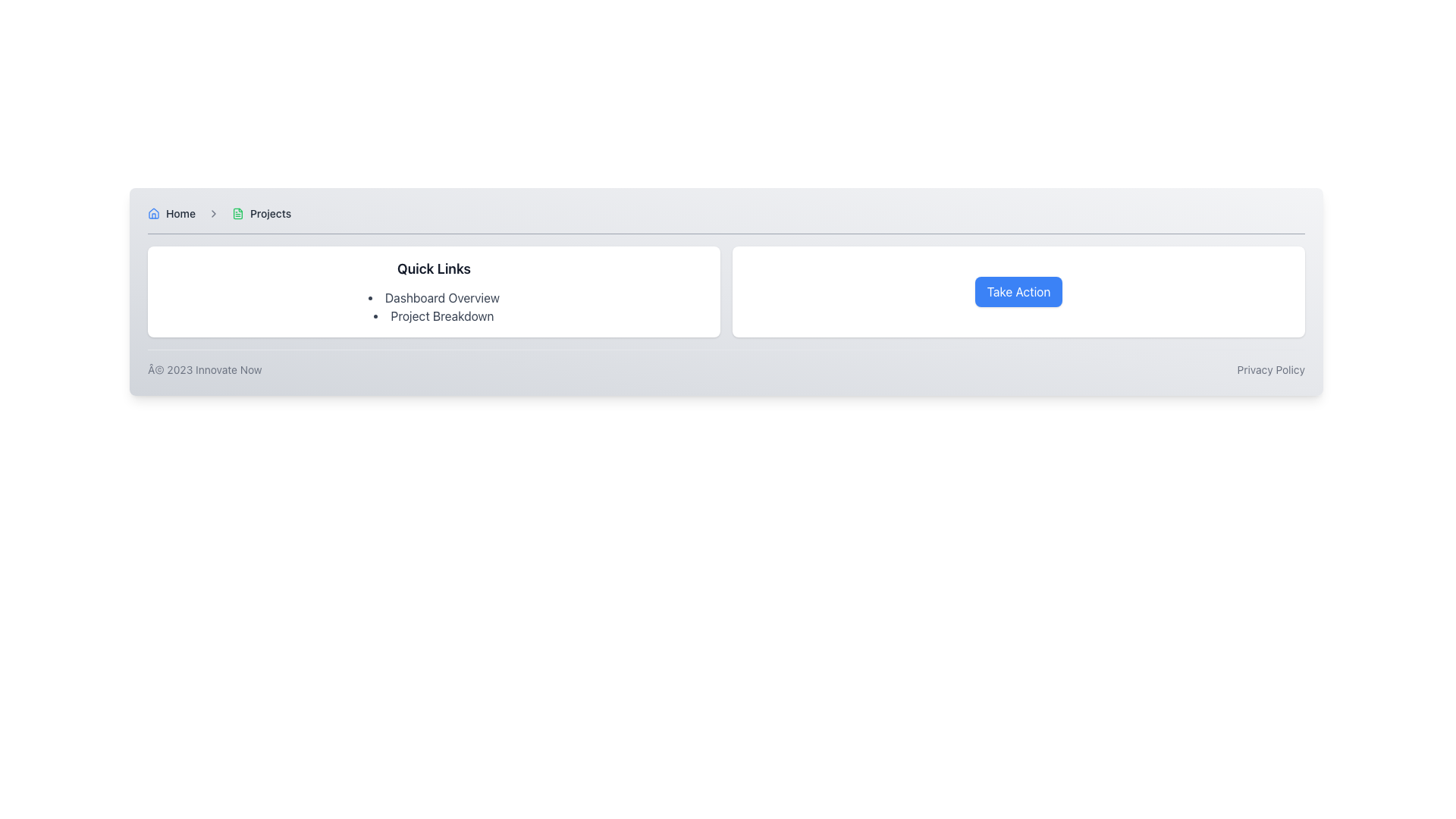 This screenshot has width=1456, height=819. I want to click on the small green file document icon located to the left of the 'Projects' text in the breadcrumb navigation, so click(237, 213).